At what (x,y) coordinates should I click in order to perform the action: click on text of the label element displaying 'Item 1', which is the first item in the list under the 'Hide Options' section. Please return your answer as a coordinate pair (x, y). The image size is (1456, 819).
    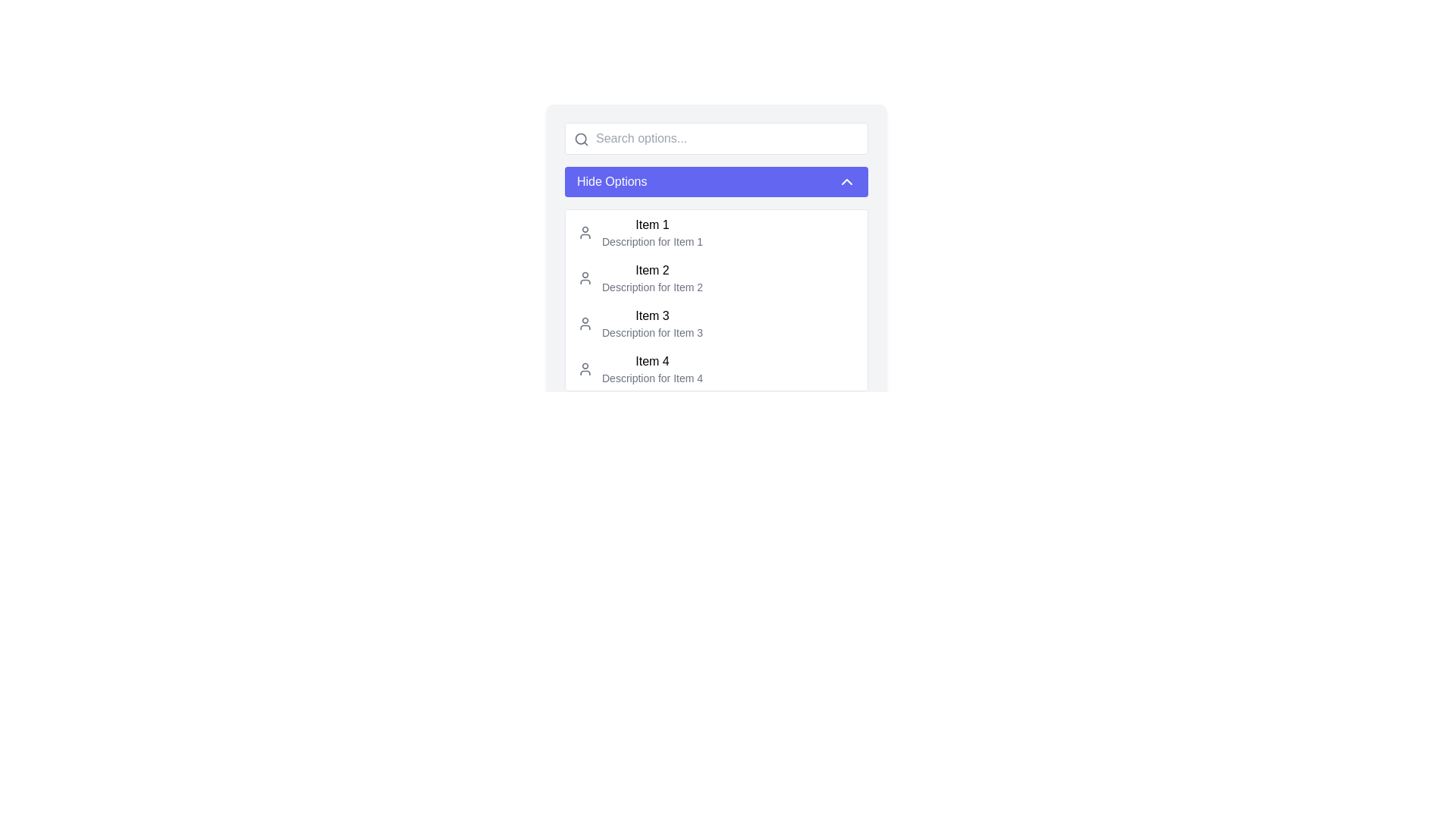
    Looking at the image, I should click on (652, 225).